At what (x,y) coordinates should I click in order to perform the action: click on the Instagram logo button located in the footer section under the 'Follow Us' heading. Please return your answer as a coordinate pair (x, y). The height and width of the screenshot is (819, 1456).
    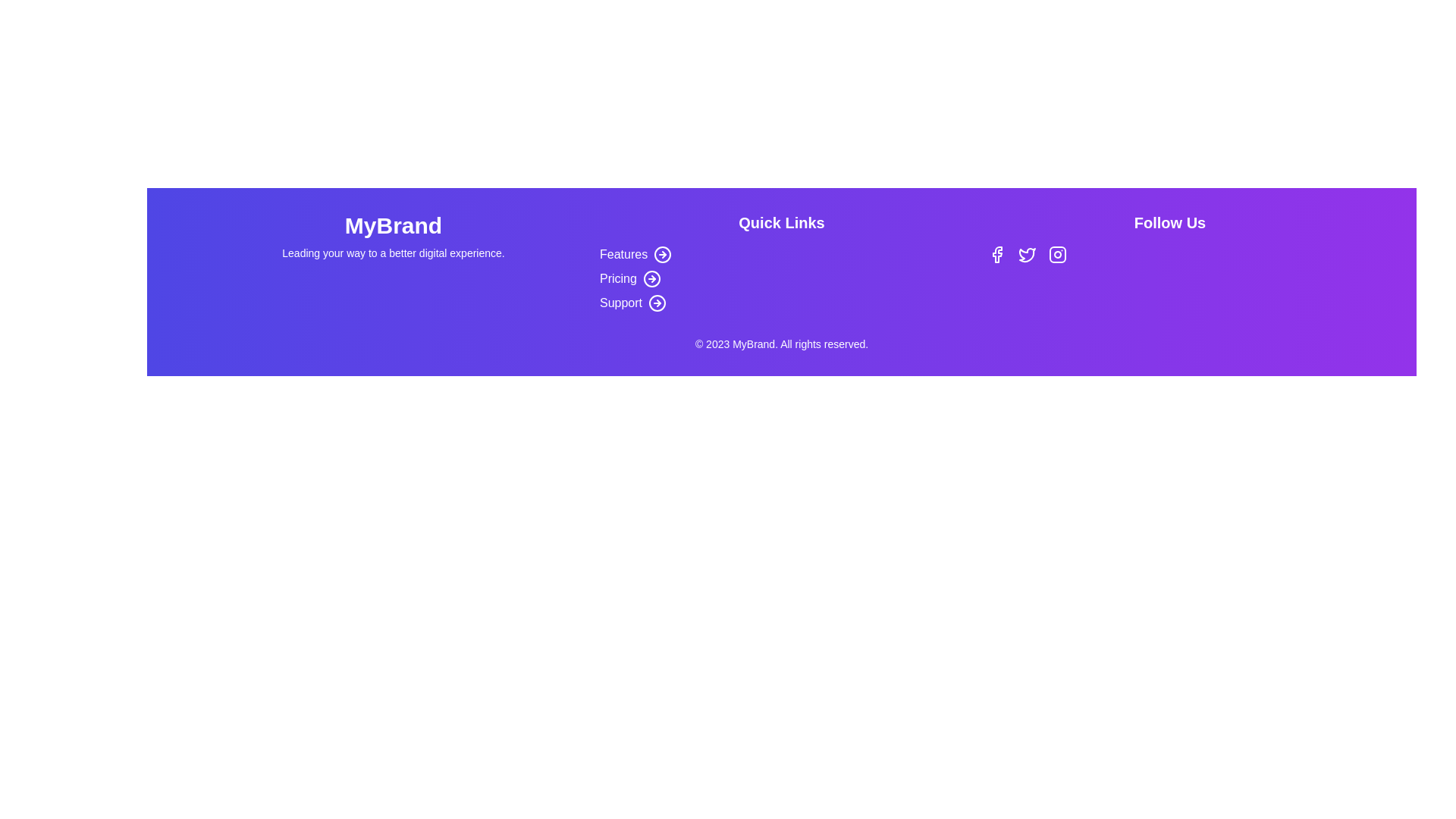
    Looking at the image, I should click on (1057, 253).